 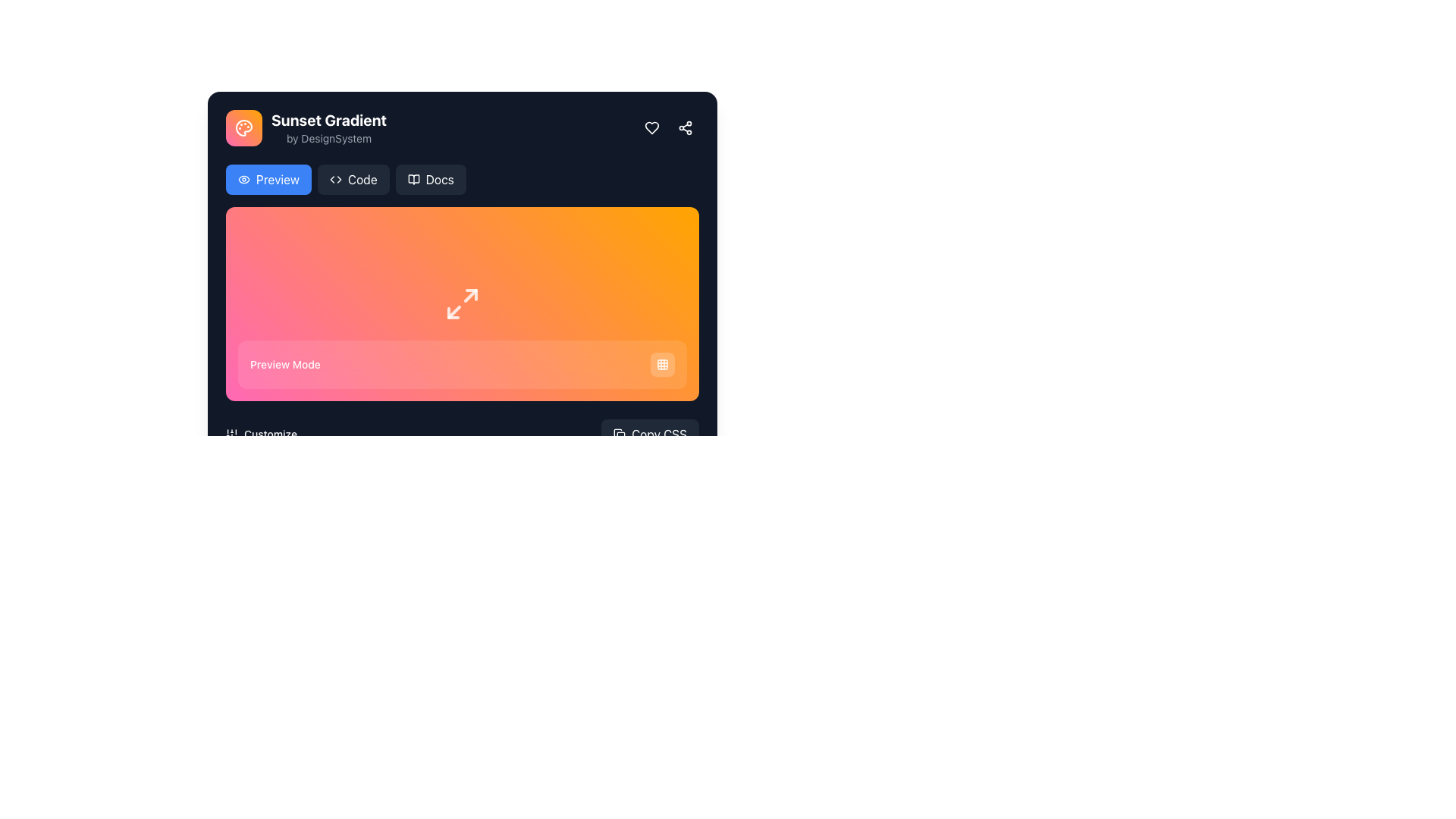 What do you see at coordinates (650, 435) in the screenshot?
I see `the 'Copy CSS' button located at the bottom-right corner of the section to copy the CSS code to the clipboard` at bounding box center [650, 435].